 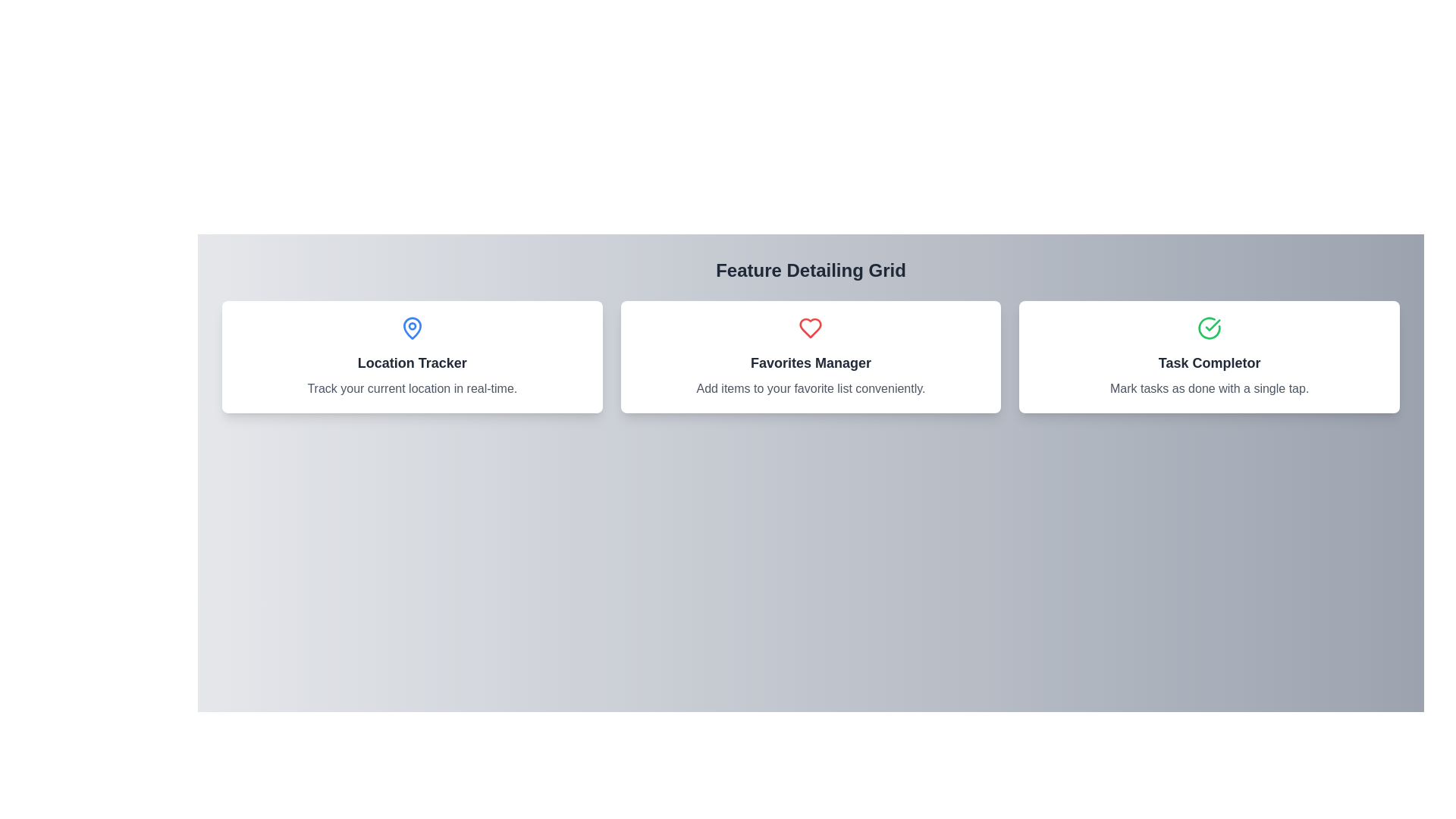 I want to click on the 'Favorites Manager' icon located at the top part of the 'Favorites Manager' card, which is centered horizontally and positioned above the descriptive text, so click(x=810, y=327).